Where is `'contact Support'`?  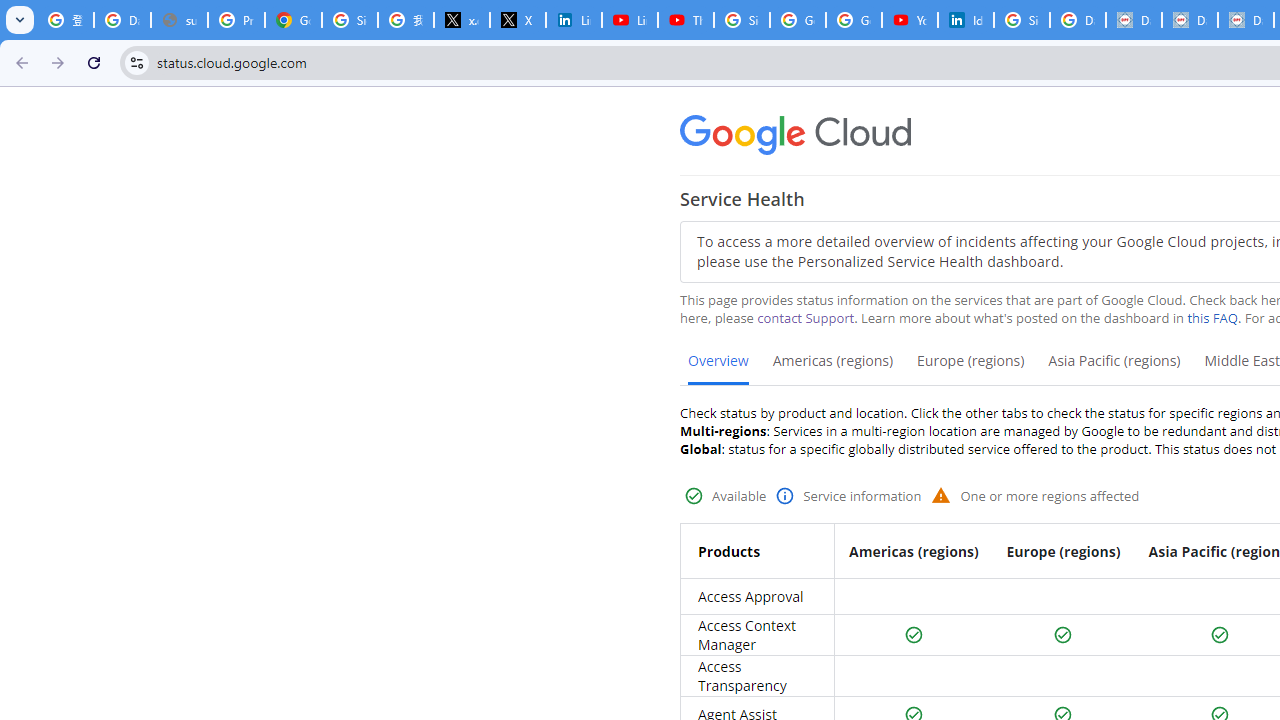
'contact Support' is located at coordinates (805, 317).